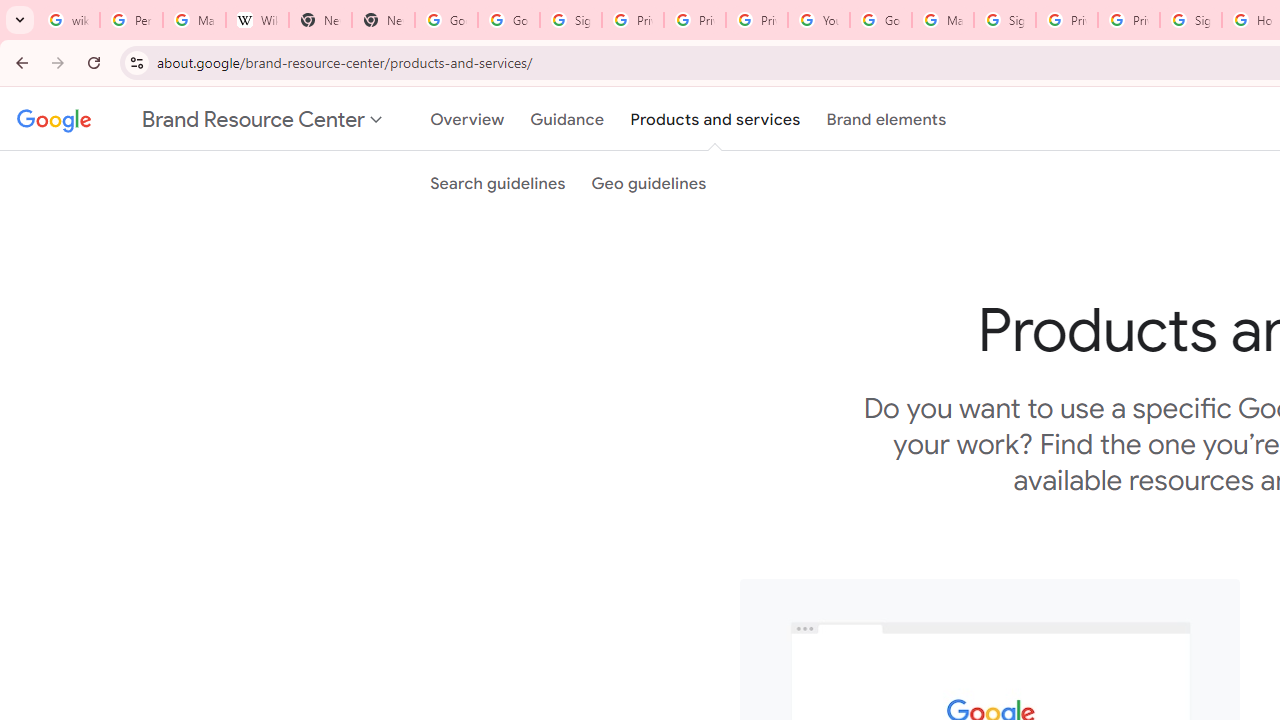  Describe the element at coordinates (566, 119) in the screenshot. I see `'Guidance'` at that location.